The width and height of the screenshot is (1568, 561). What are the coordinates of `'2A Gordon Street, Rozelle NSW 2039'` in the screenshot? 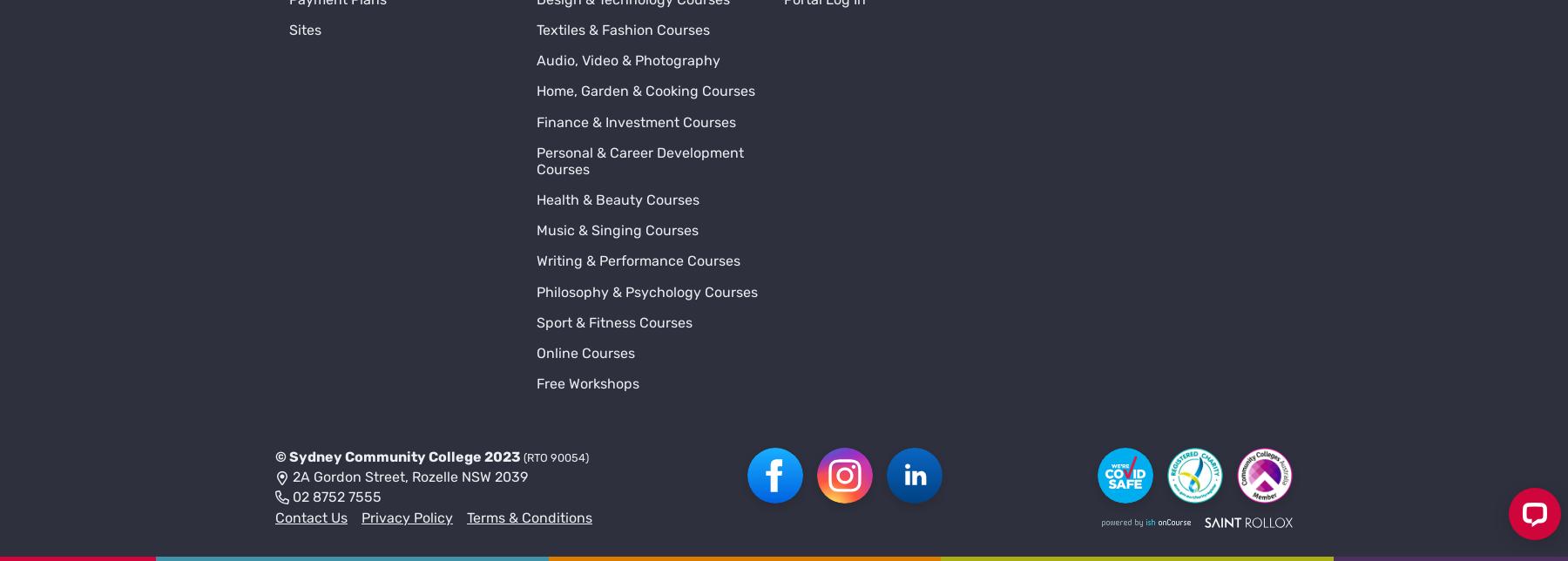 It's located at (409, 233).